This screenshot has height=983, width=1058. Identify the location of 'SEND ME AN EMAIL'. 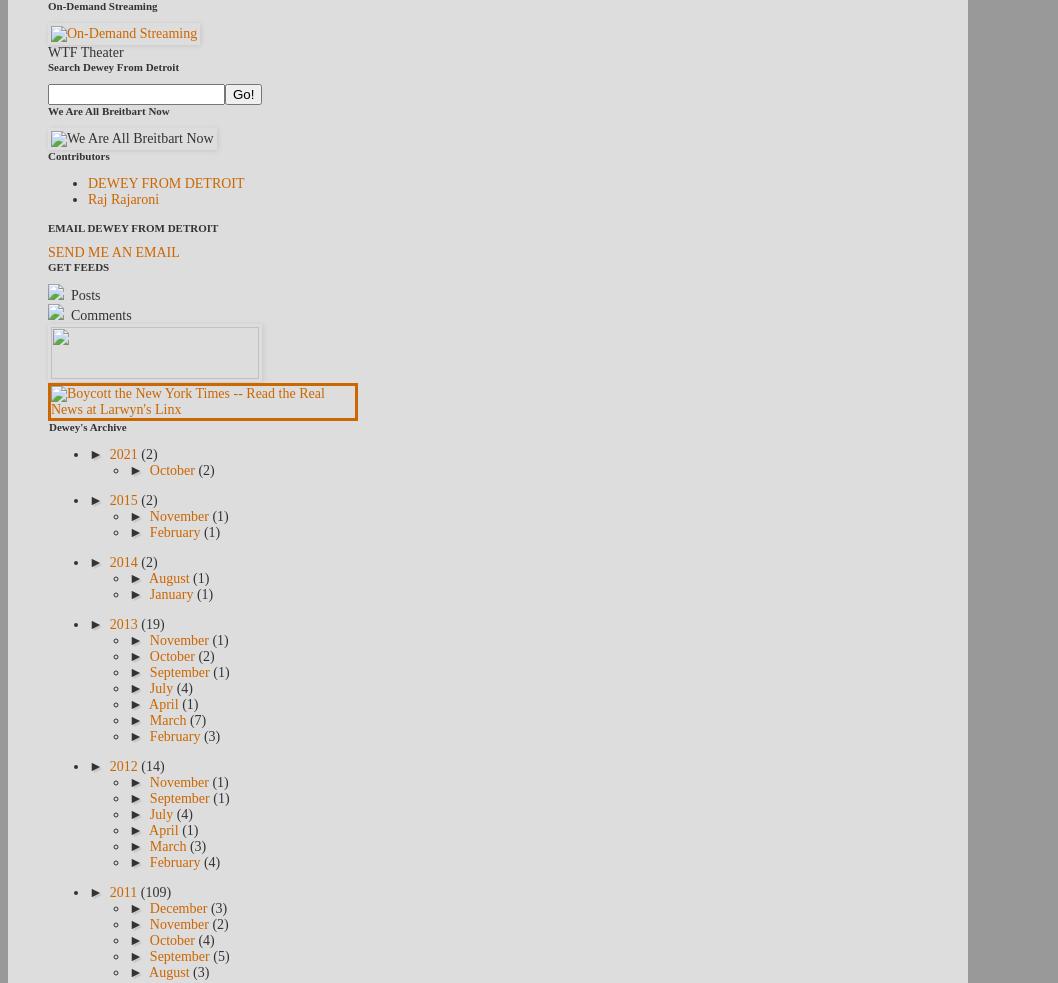
(112, 252).